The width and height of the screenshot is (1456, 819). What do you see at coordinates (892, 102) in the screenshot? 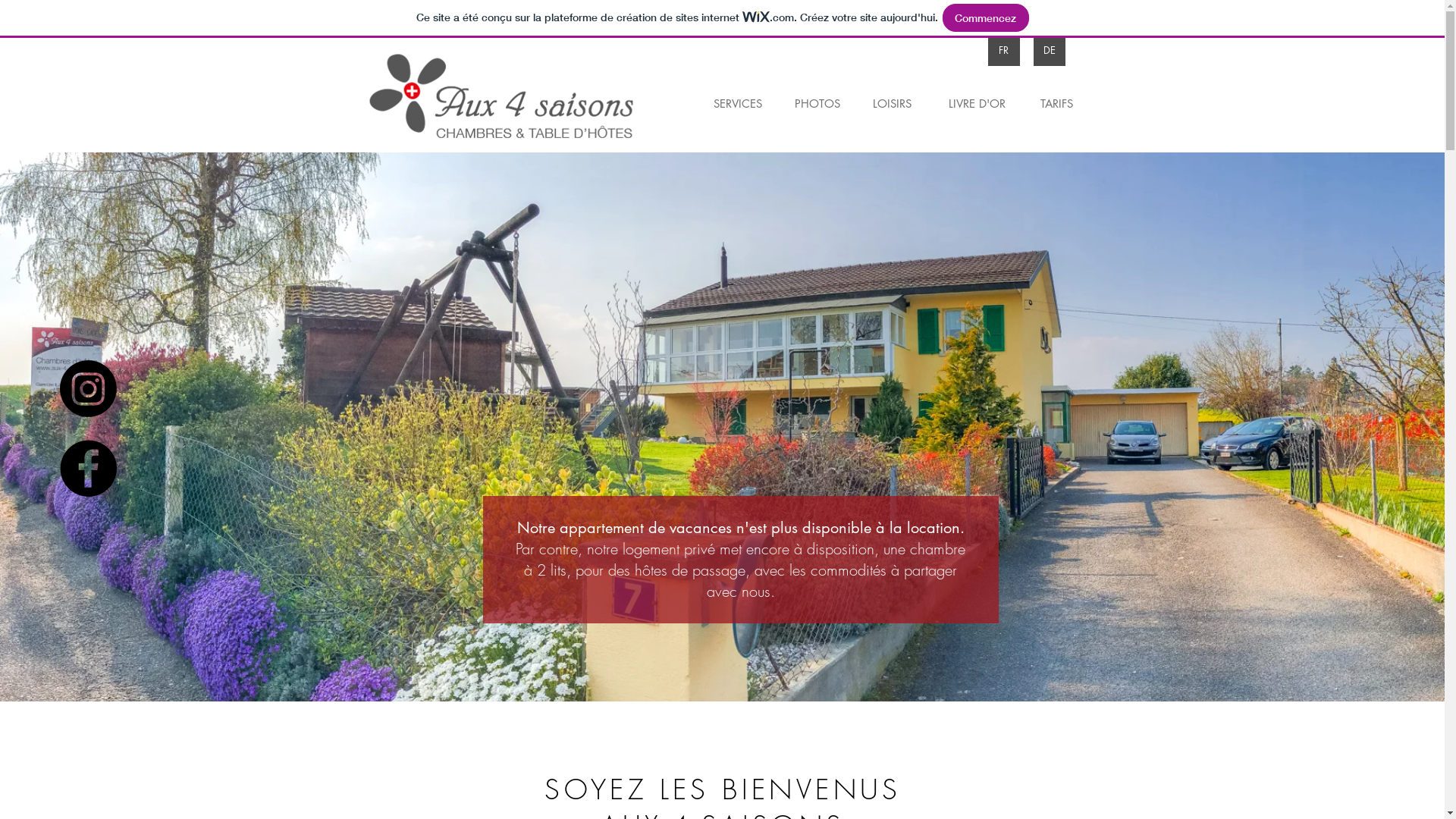
I see `'LOISIRS'` at bounding box center [892, 102].